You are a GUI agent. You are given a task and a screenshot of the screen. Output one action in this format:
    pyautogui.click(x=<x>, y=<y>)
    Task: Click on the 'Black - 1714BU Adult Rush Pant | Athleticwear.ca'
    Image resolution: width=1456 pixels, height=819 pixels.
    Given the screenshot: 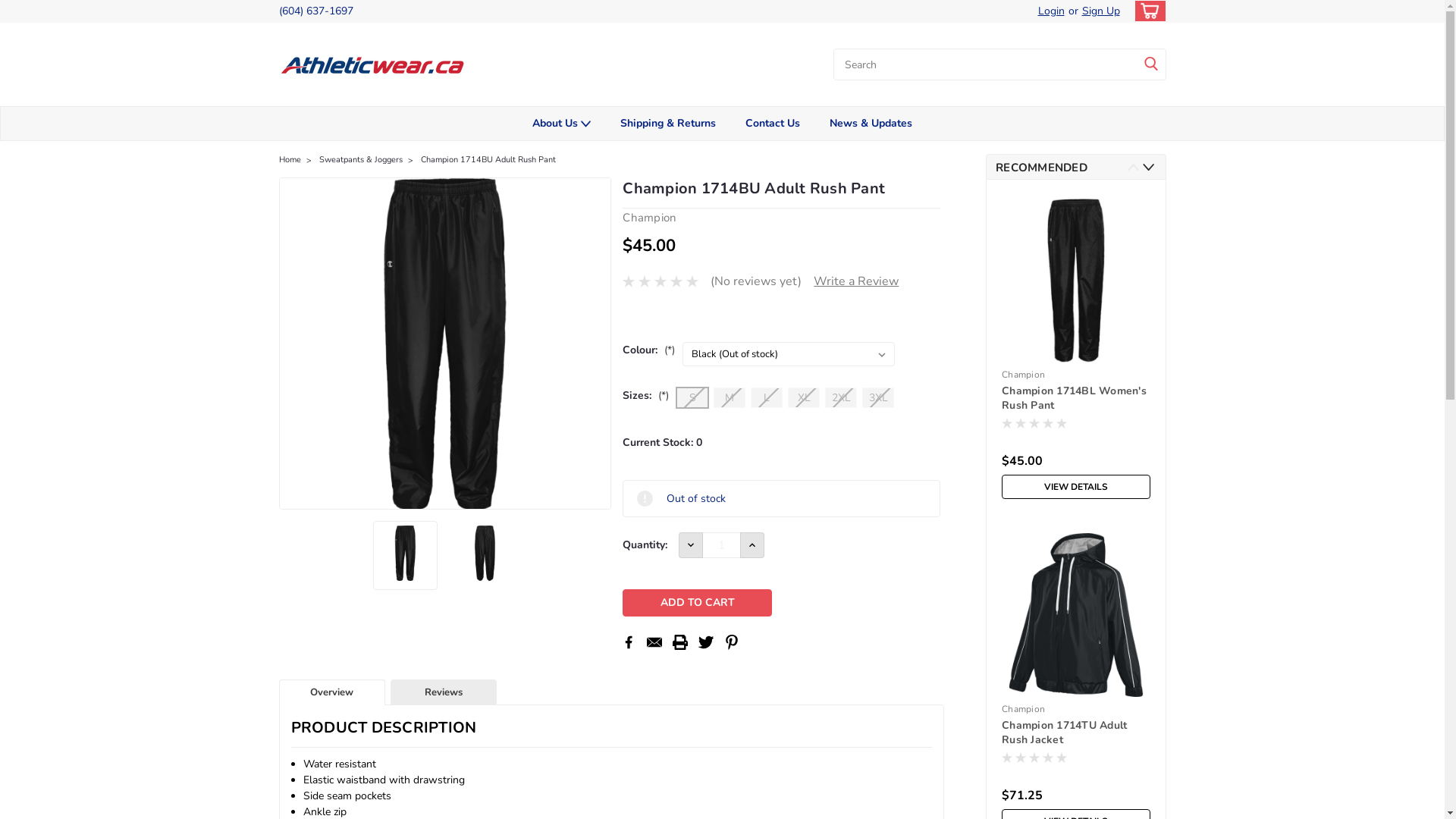 What is the action you would take?
    pyautogui.click(x=444, y=344)
    